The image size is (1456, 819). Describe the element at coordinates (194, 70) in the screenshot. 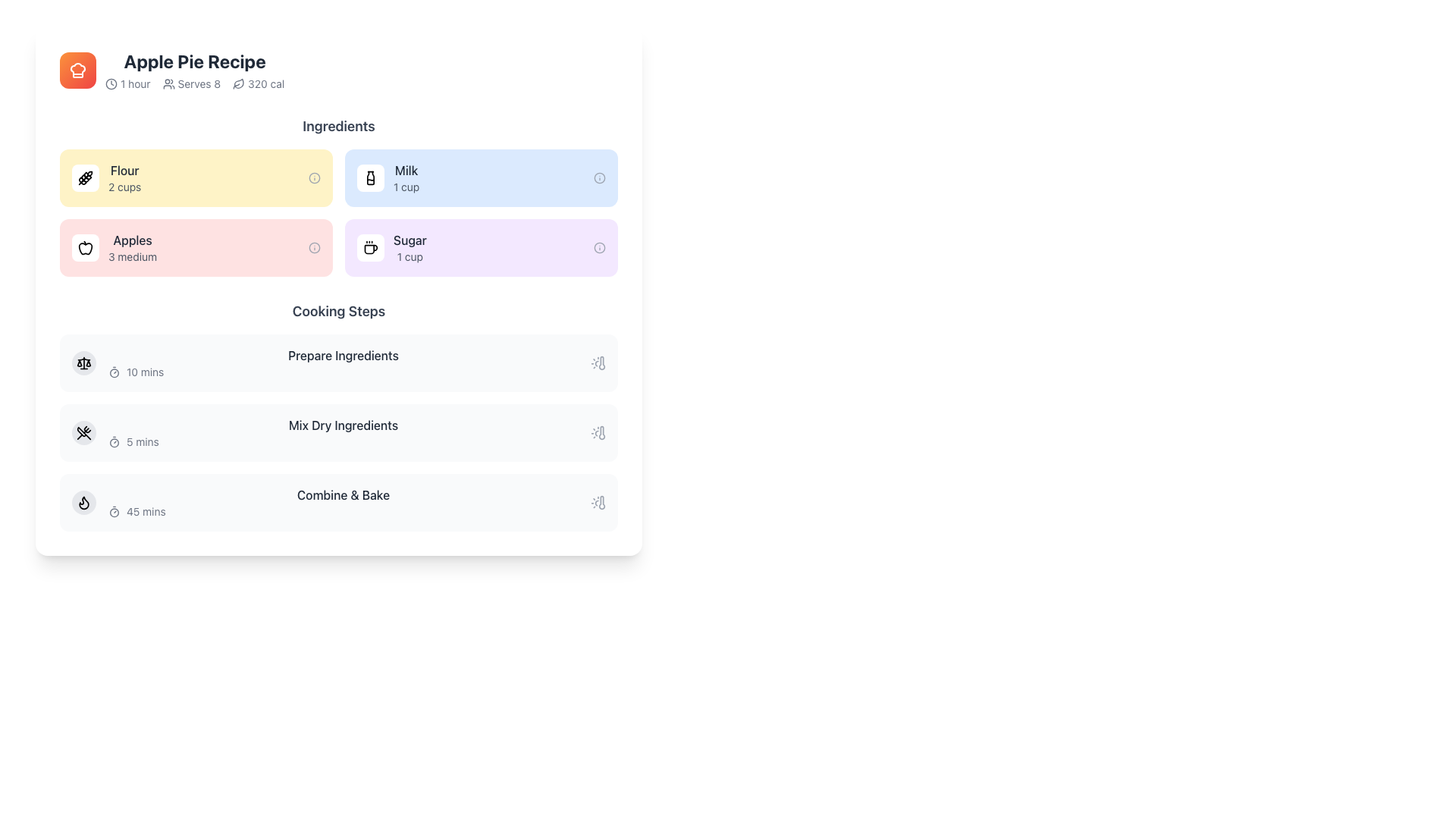

I see `the recipe header textual display, which includes the recipe title and key details like preparation time, servings, and calories` at that location.